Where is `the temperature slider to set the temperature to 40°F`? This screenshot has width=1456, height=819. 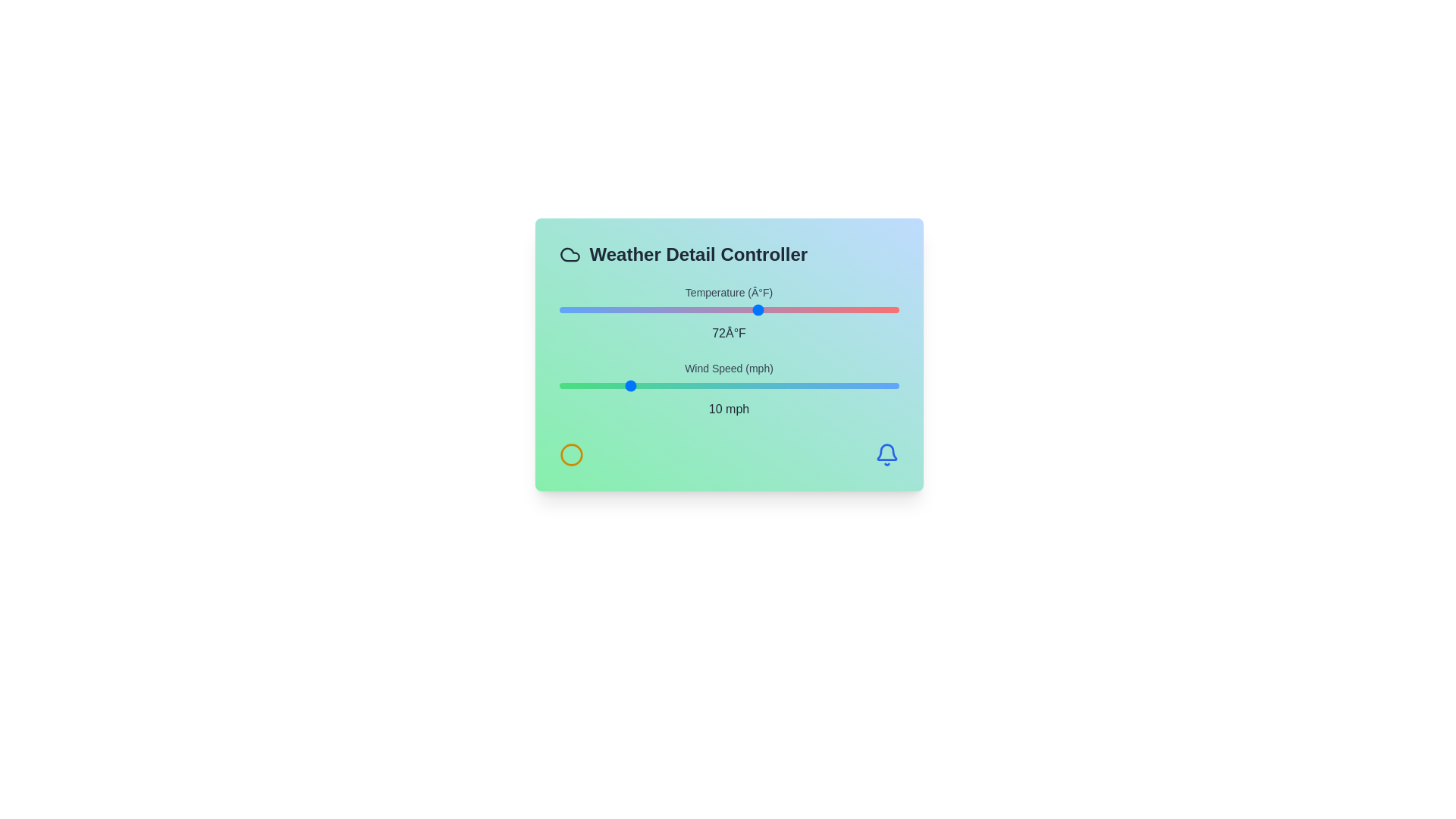 the temperature slider to set the temperature to 40°F is located at coordinates (598, 309).